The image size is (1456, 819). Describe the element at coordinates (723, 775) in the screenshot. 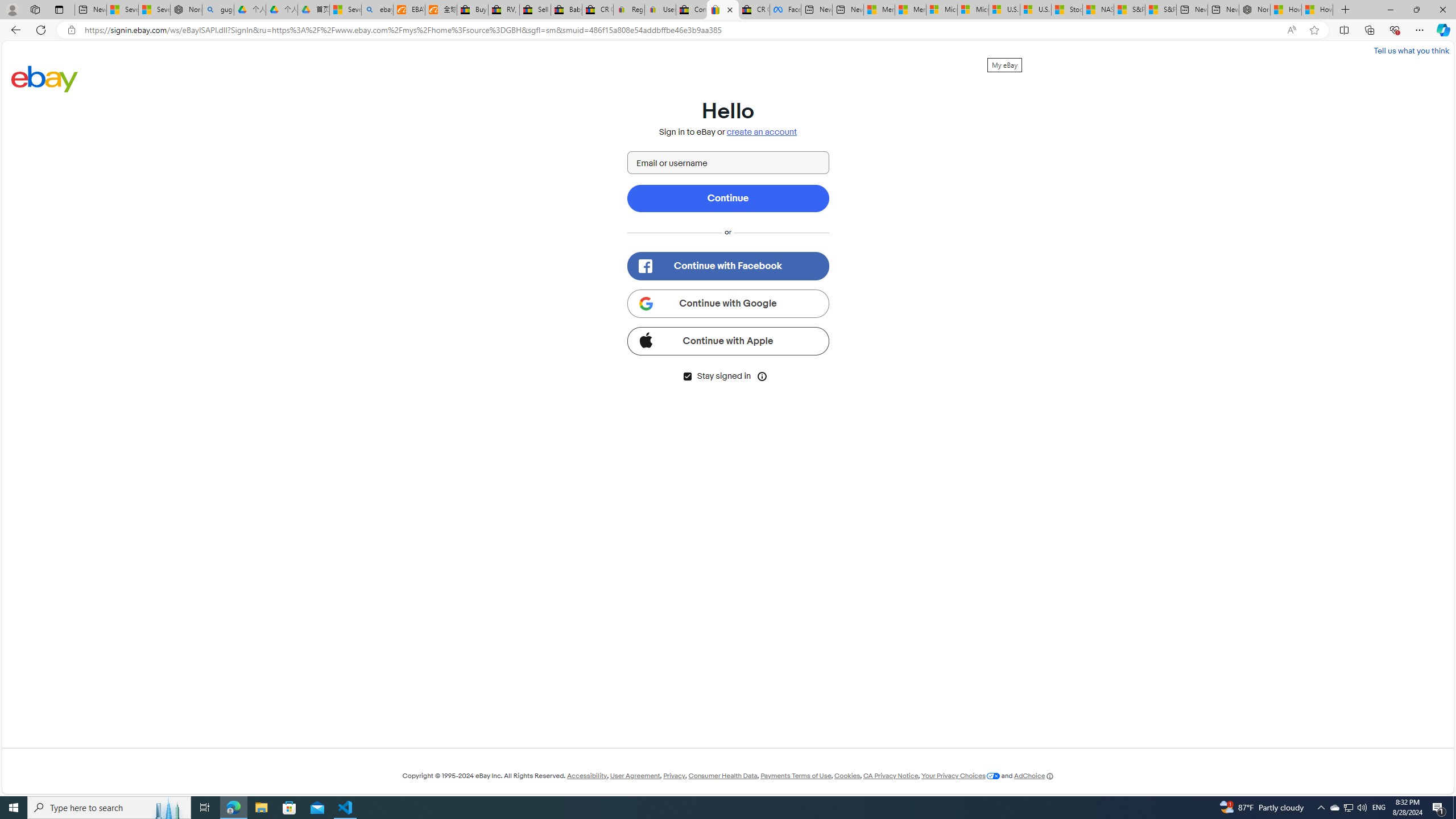

I see `'Consumer Health Data'` at that location.